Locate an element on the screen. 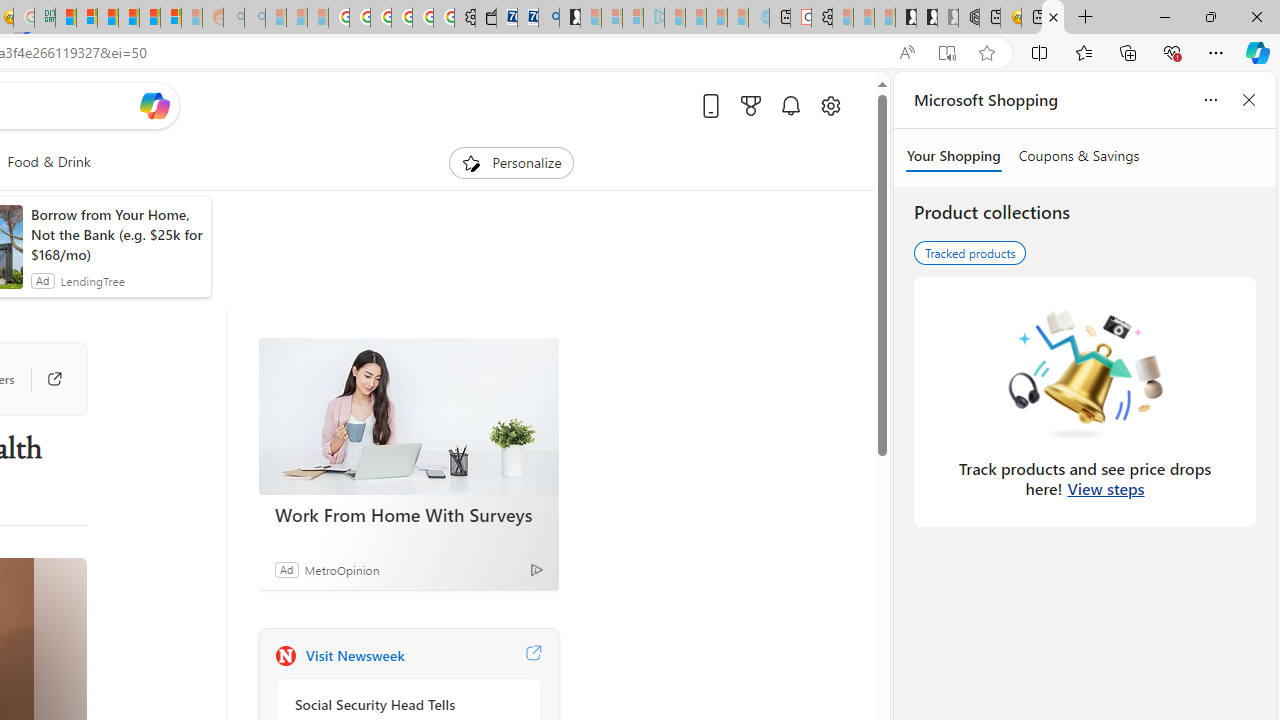  'Notifications' is located at coordinates (790, 105).